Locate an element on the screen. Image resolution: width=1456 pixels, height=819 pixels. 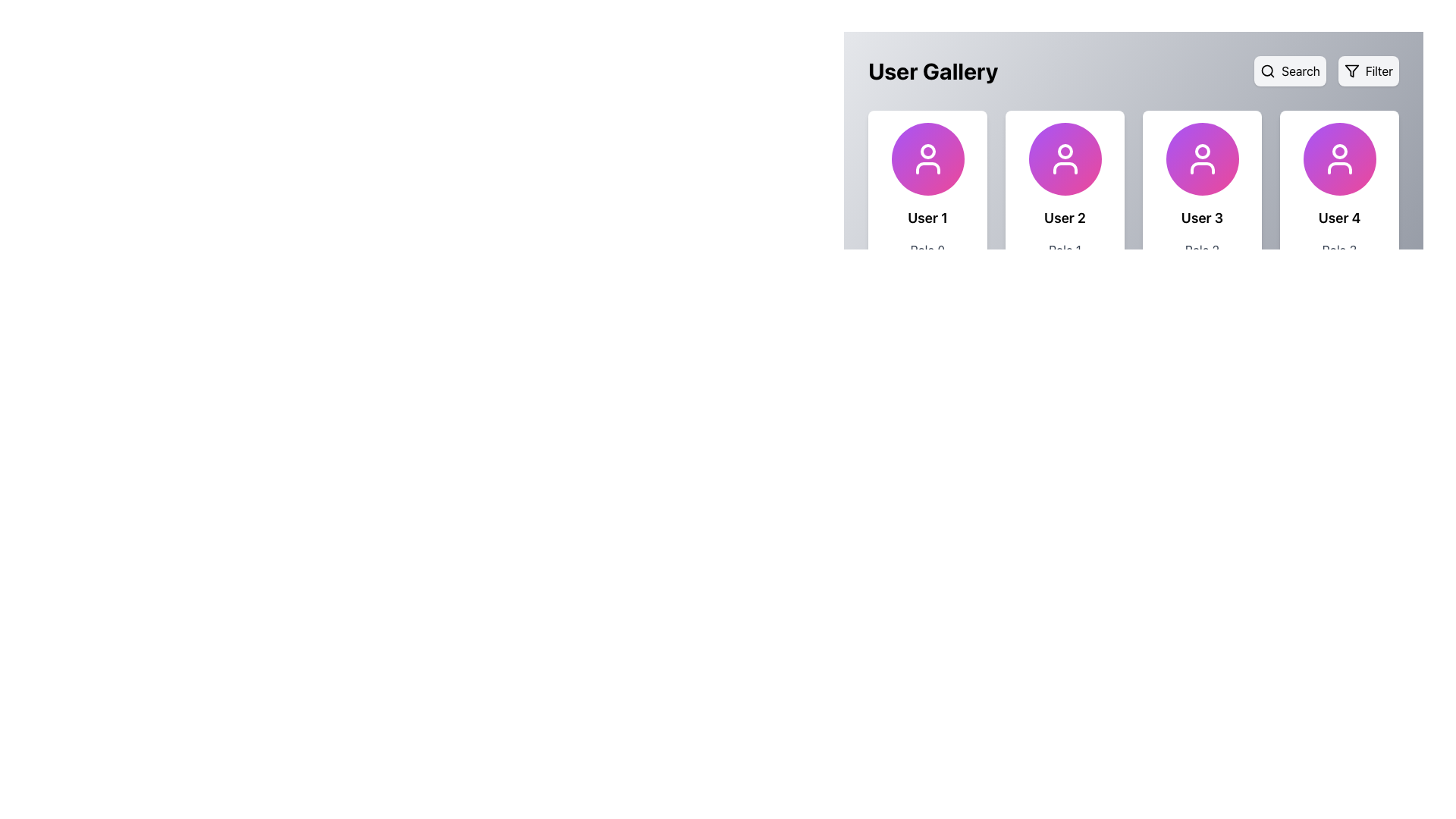
circular graphical element that represents the user's avatar located at the upper center of the 'User 1' card in the 'User Gallery' section is located at coordinates (927, 152).